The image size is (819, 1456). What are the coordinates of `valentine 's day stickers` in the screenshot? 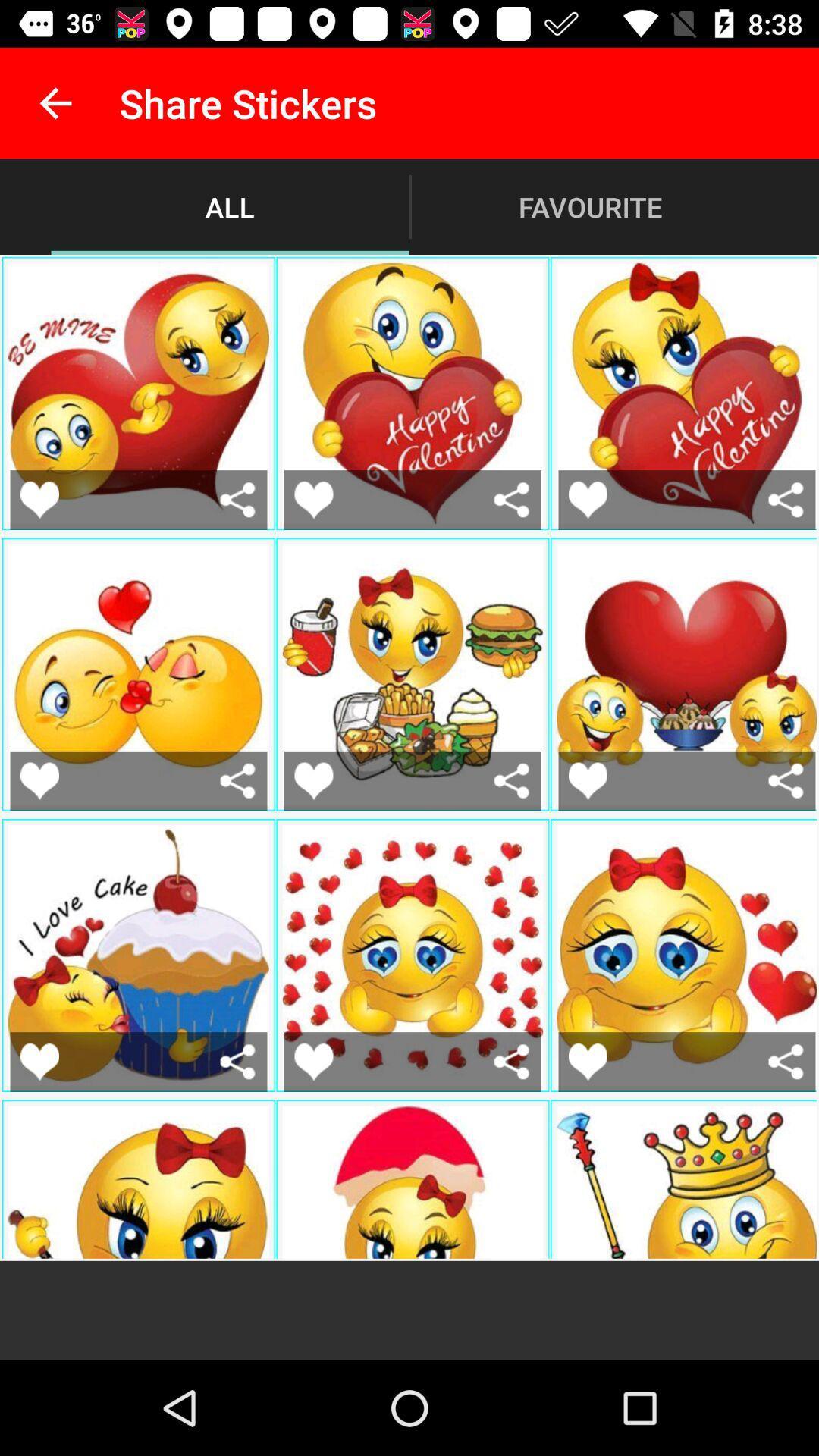 It's located at (312, 1061).